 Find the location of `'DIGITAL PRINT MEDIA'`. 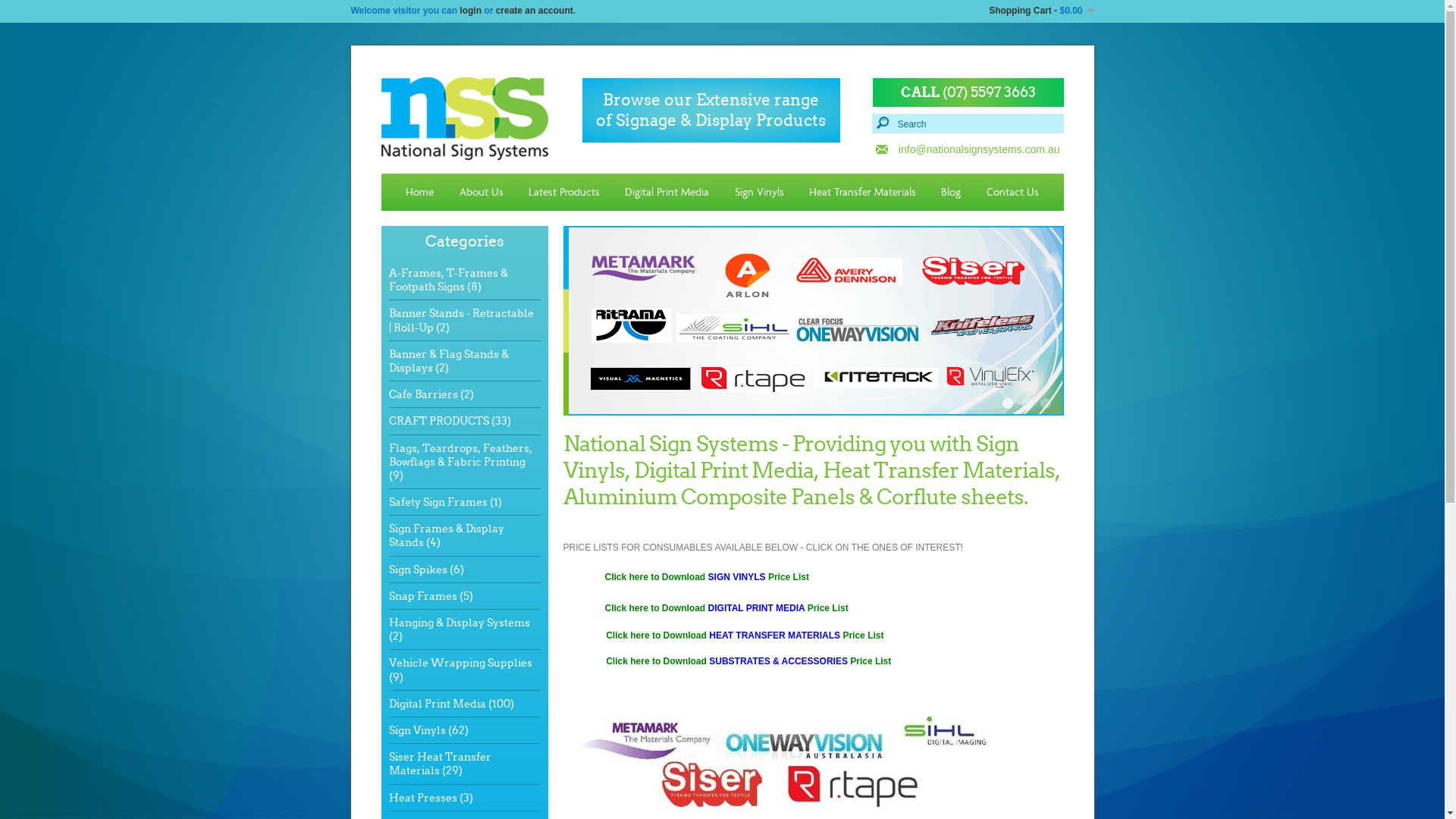

'DIGITAL PRINT MEDIA' is located at coordinates (704, 607).